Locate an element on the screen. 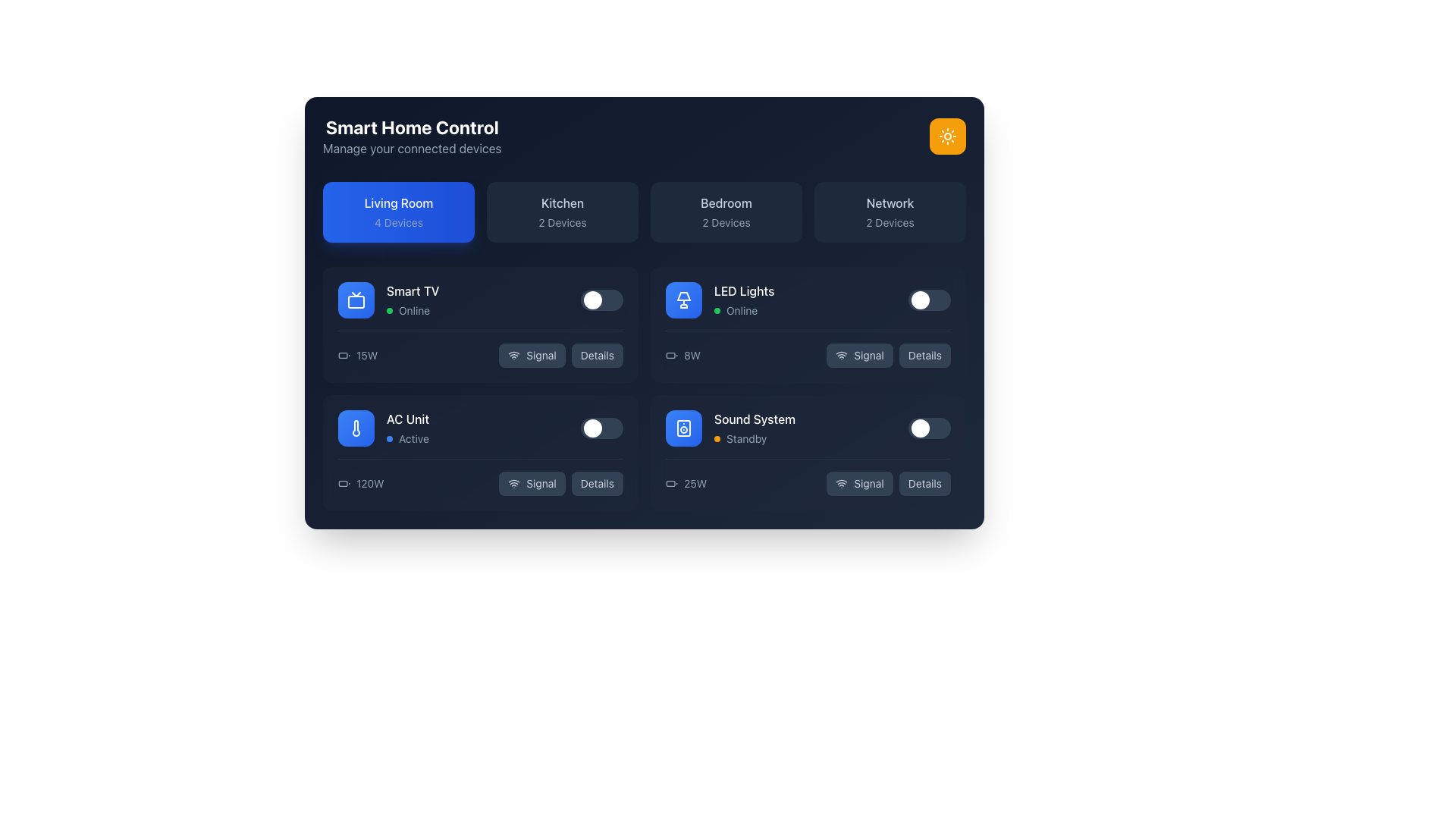  the 'Signal' button is located at coordinates (859, 483).